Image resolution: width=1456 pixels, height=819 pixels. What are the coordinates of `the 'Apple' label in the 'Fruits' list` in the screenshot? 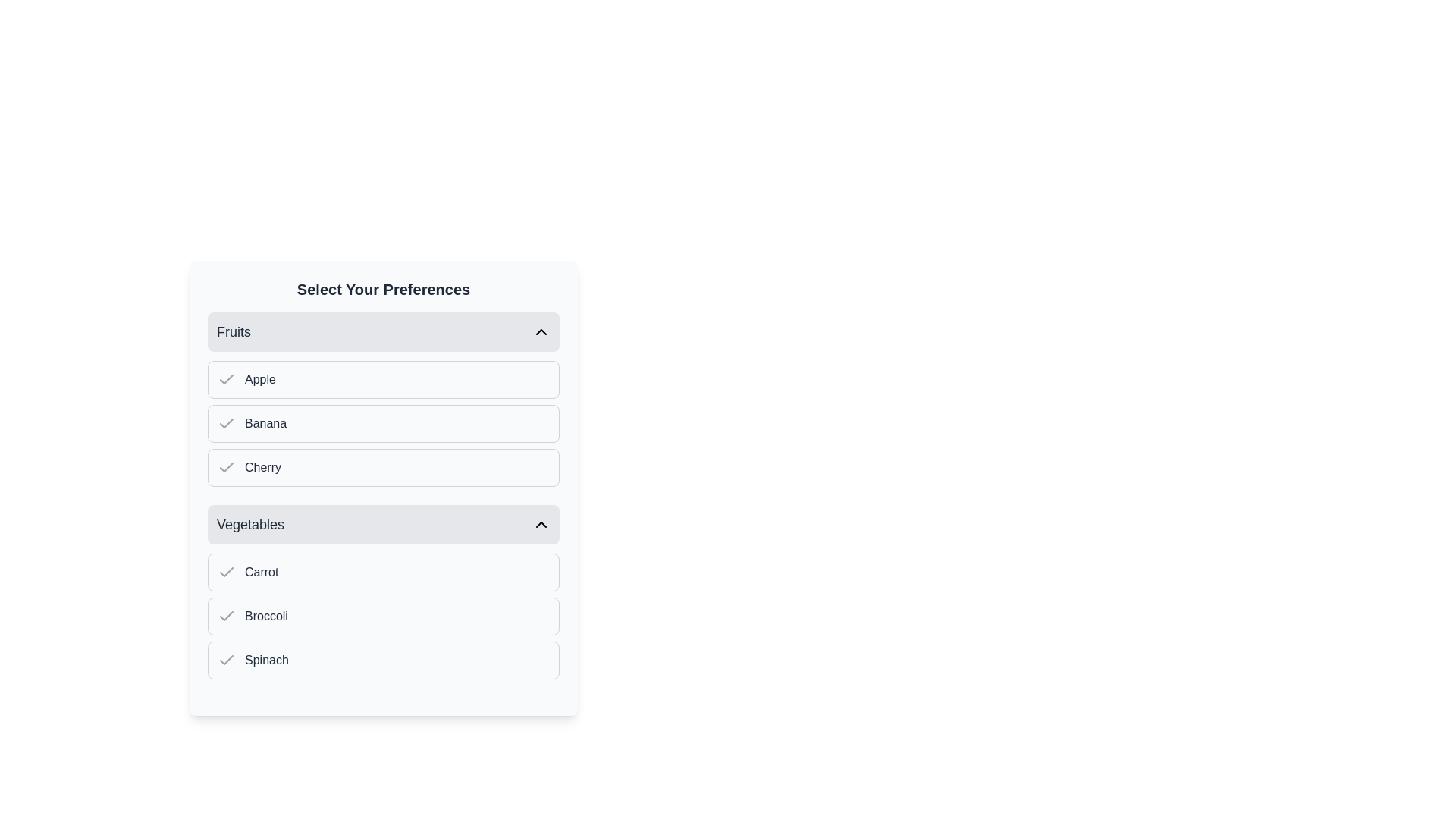 It's located at (260, 379).